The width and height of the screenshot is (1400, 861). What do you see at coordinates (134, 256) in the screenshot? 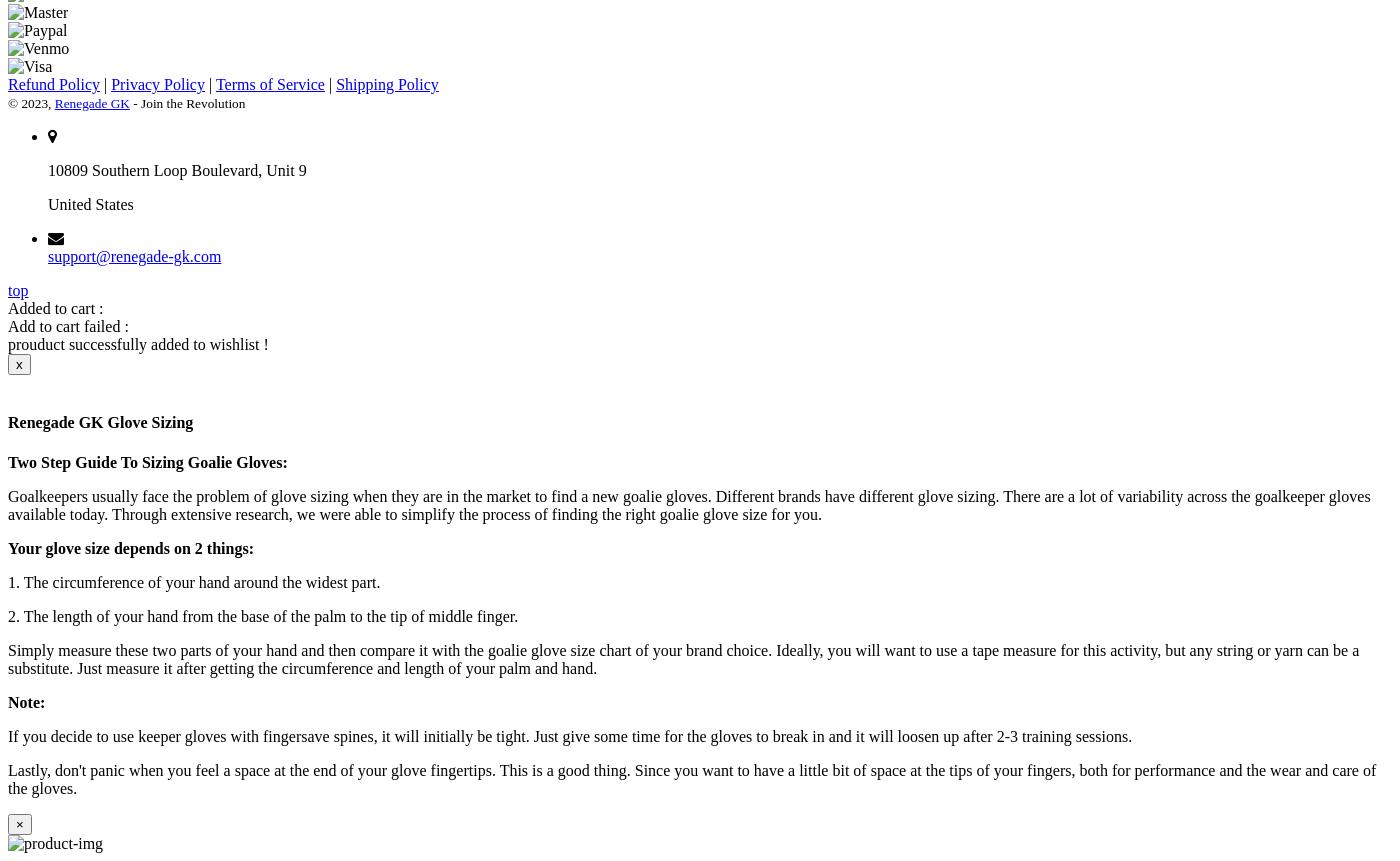
I see `'support@renegade-gk.com'` at bounding box center [134, 256].